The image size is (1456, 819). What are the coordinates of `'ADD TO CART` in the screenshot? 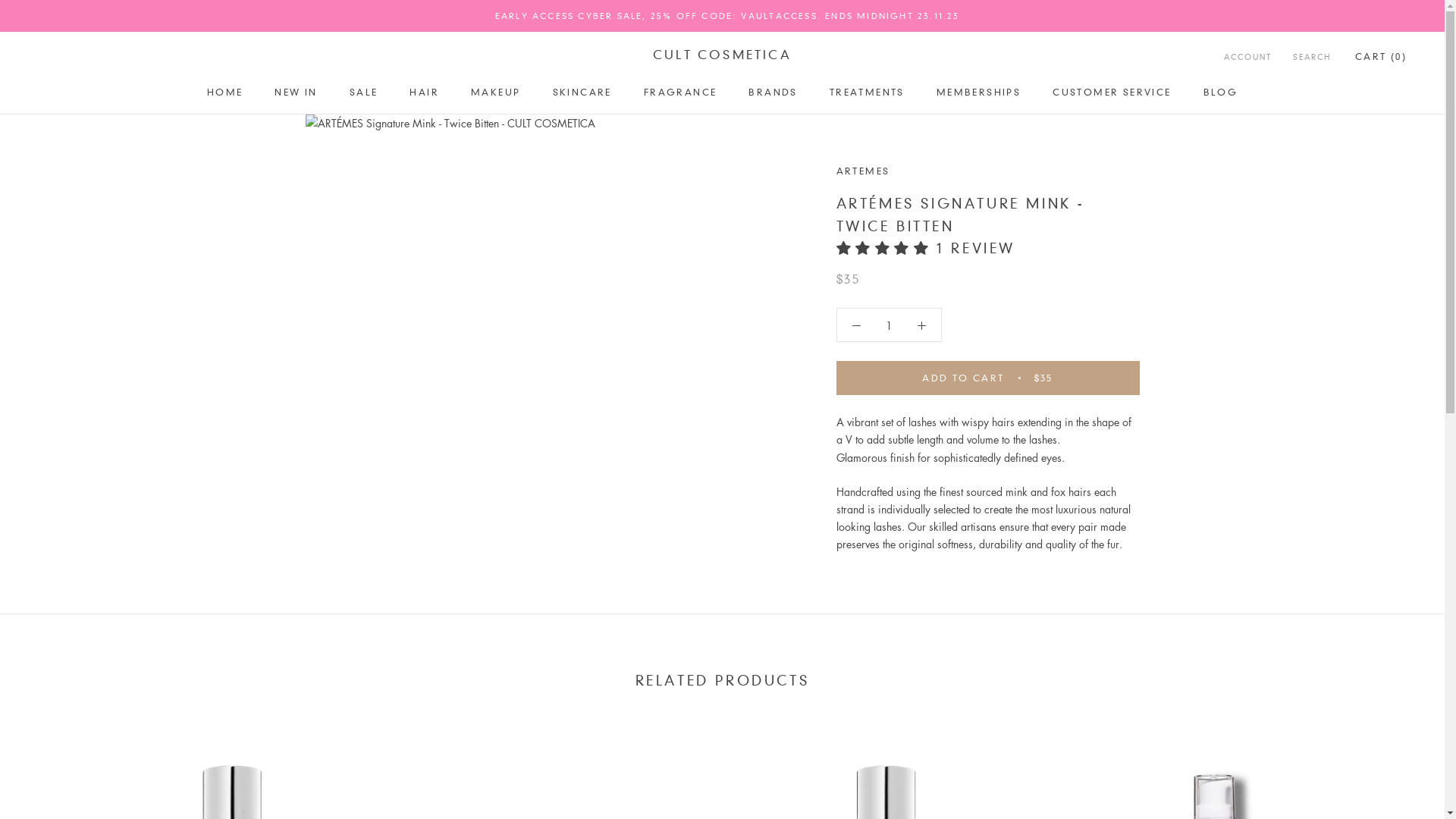 It's located at (987, 377).